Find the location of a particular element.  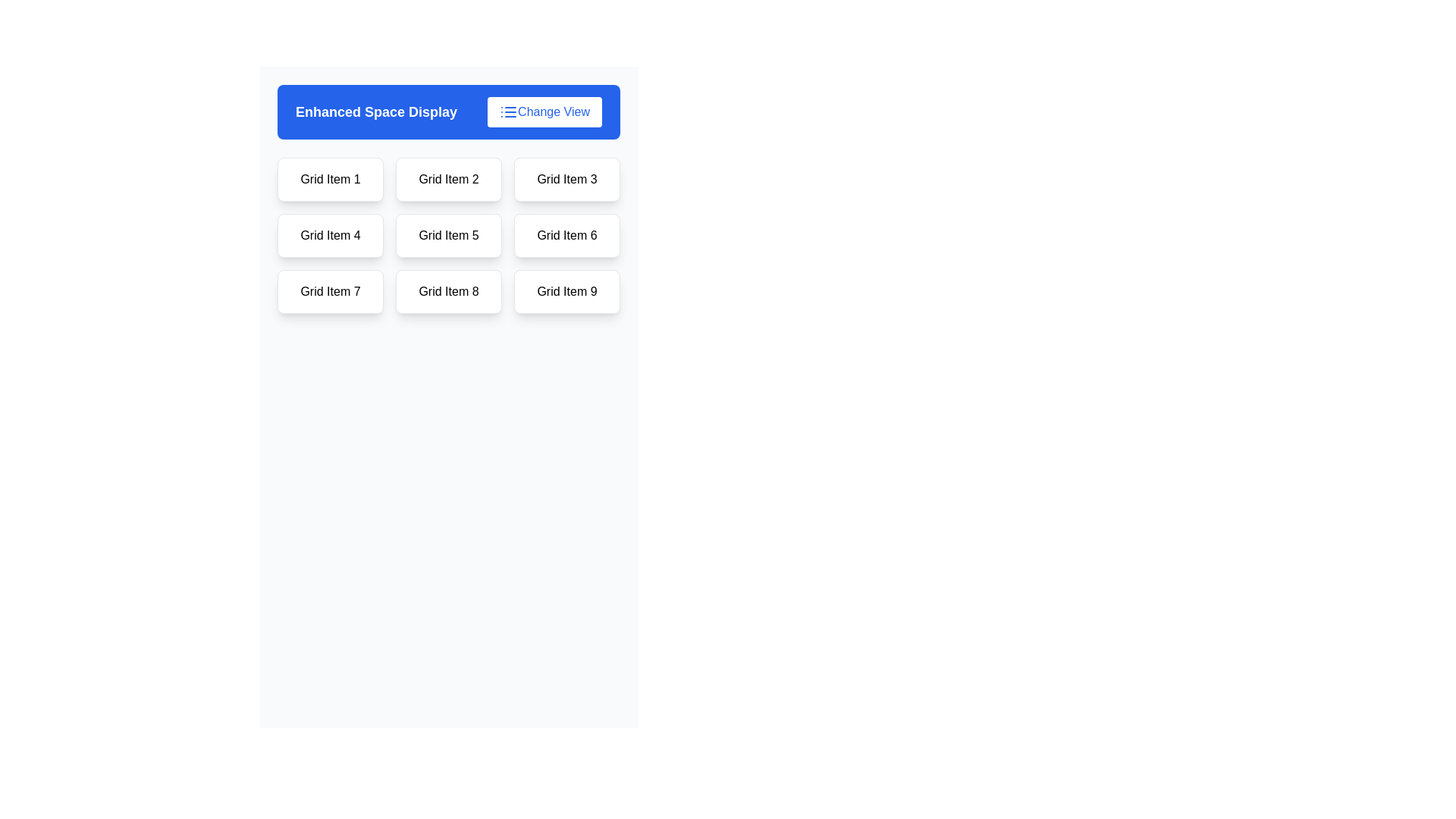

the Display Card labeled 'Grid Item 4', which is the fourth item in a grid layout located in the second row, first column is located at coordinates (330, 236).